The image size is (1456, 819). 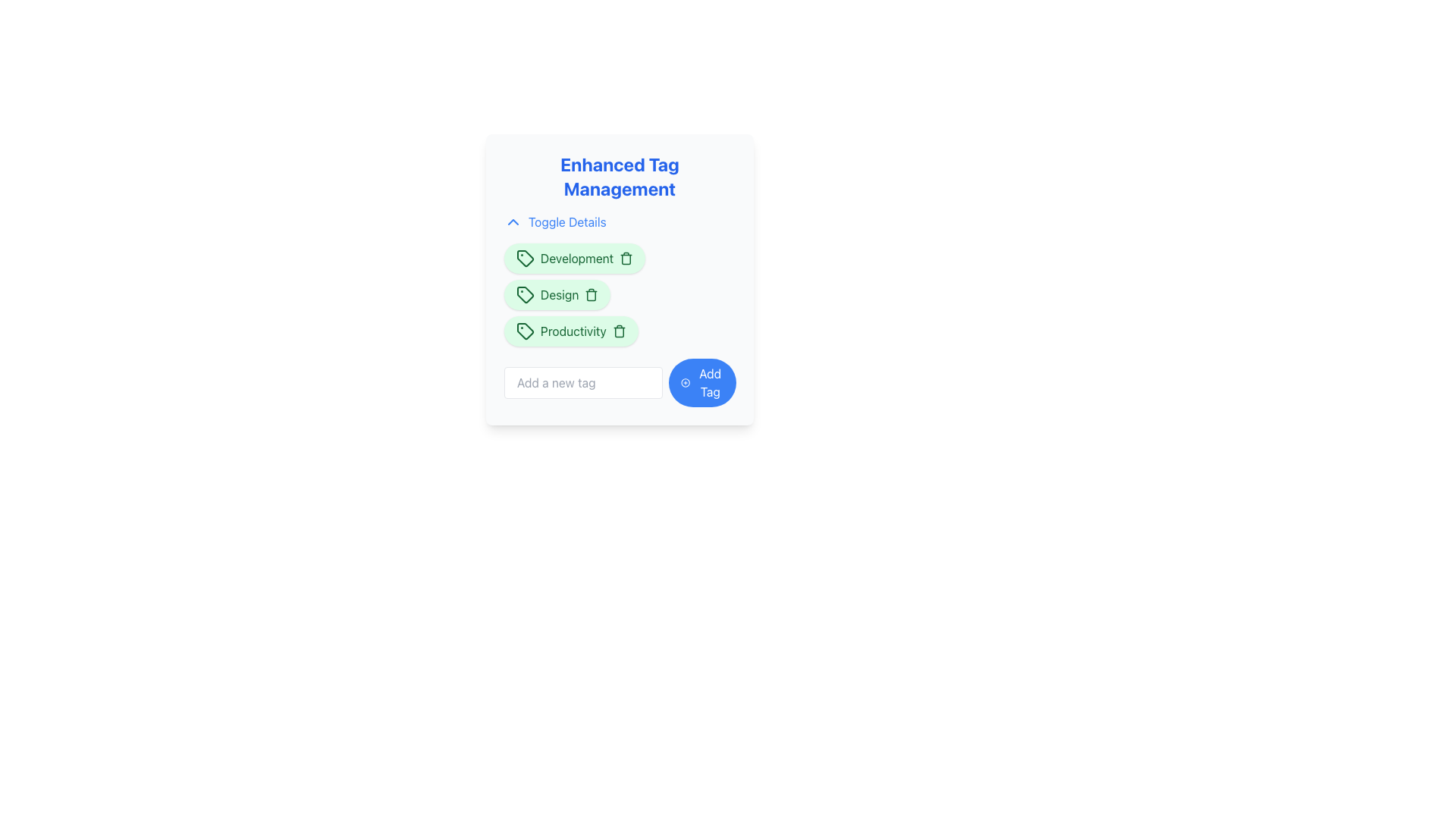 I want to click on the trash bin icon button located inside the green bubble labeled 'Design', so click(x=591, y=295).